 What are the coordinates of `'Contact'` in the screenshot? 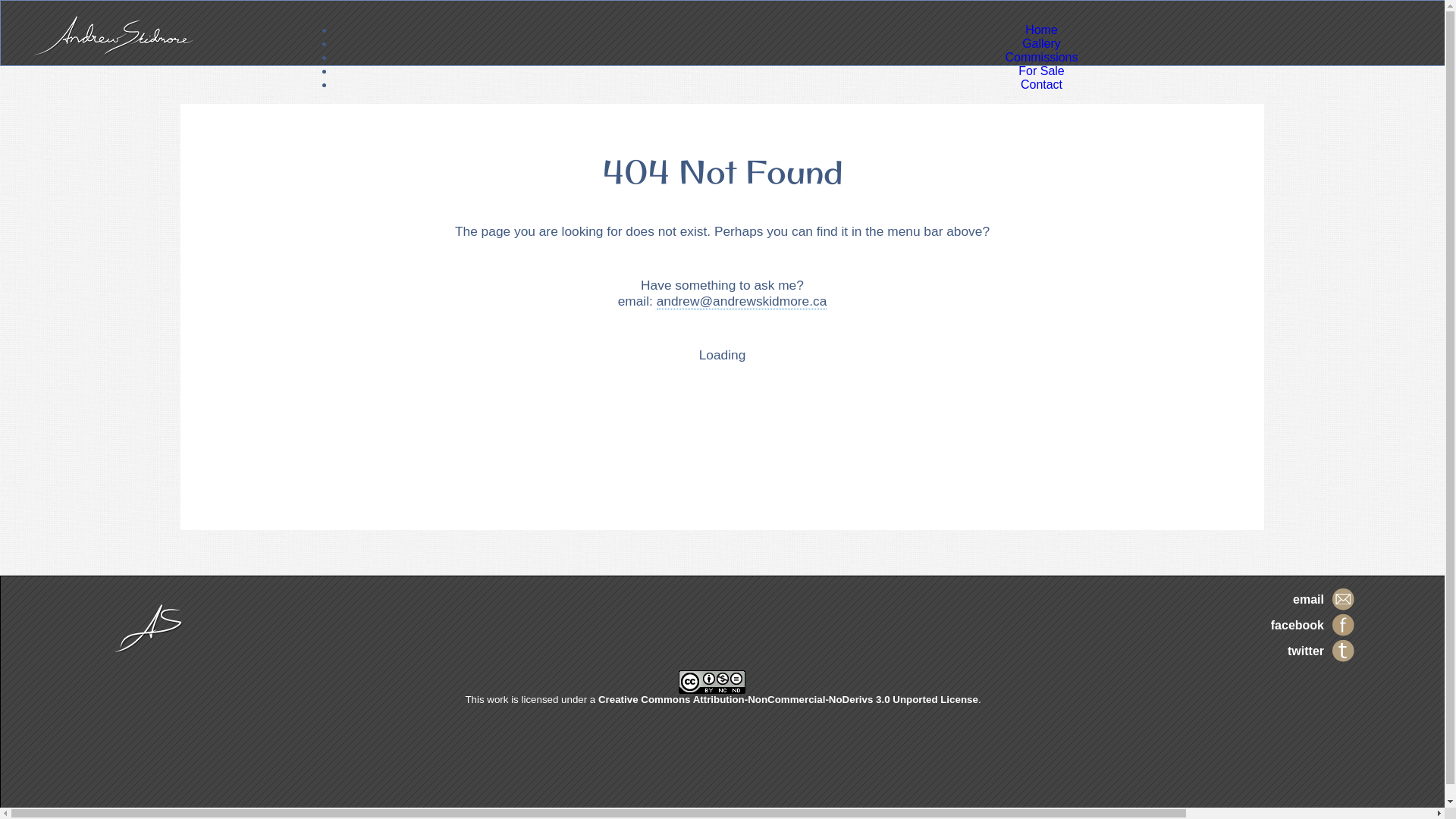 It's located at (1040, 84).